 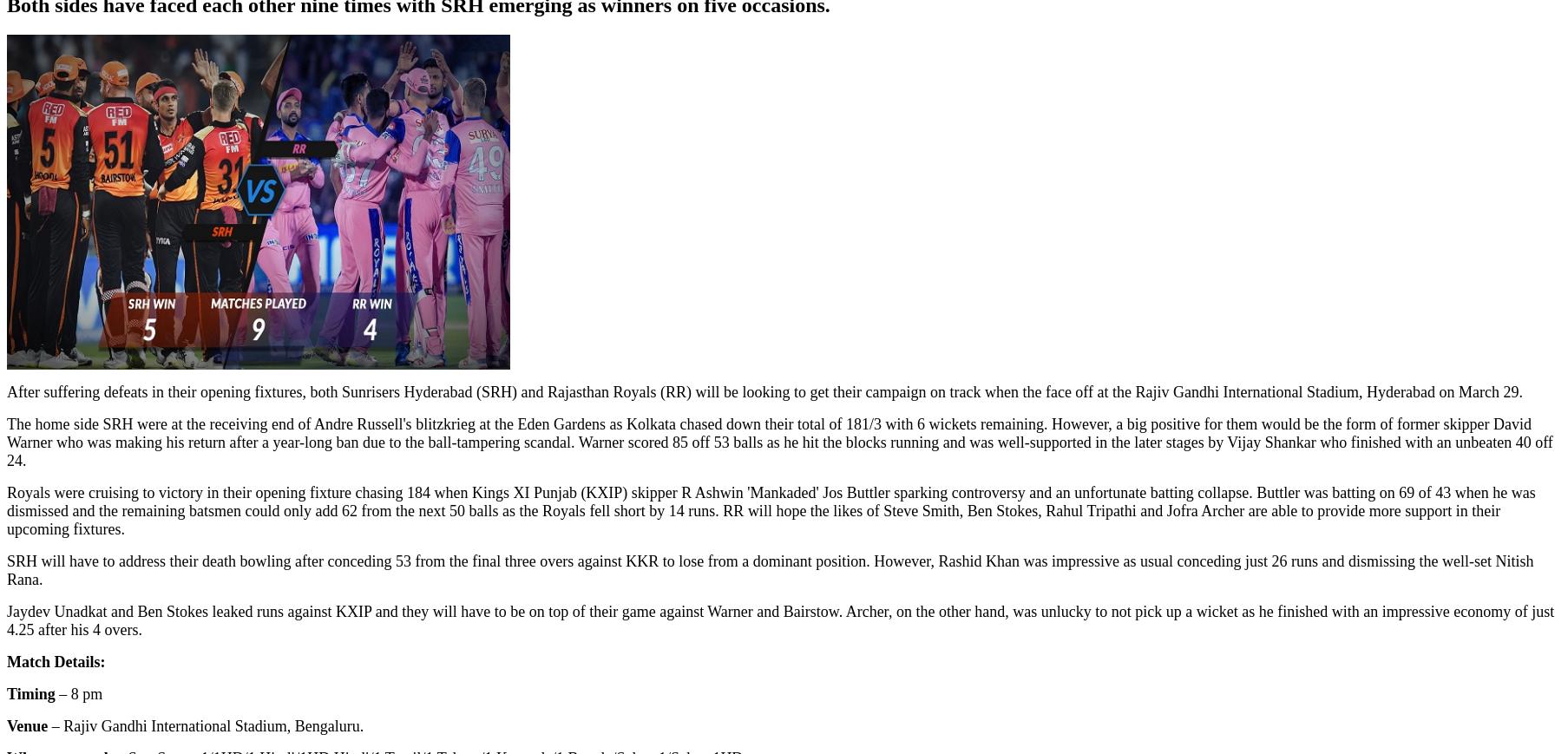 What do you see at coordinates (771, 511) in the screenshot?
I see `'Royals were cruising to victory in their opening fixture chasing 184 when Kings XI Punjab (KXIP) skipper R Ashwin 'Mankaded' Jos Buttler sparking controversy and an unfortunate batting collapse. Buttler was batting on 69 of 43 when he was dismissed and the remaining batsmen could only add 62 from the next 50 balls as the Royals fell short by 14 runs. RR will hope the likes of Steve Smith, Ben Stokes, Rahul Tripathi and Jofra Archer are able to provide more support in their upcoming fixtures.'` at bounding box center [771, 511].